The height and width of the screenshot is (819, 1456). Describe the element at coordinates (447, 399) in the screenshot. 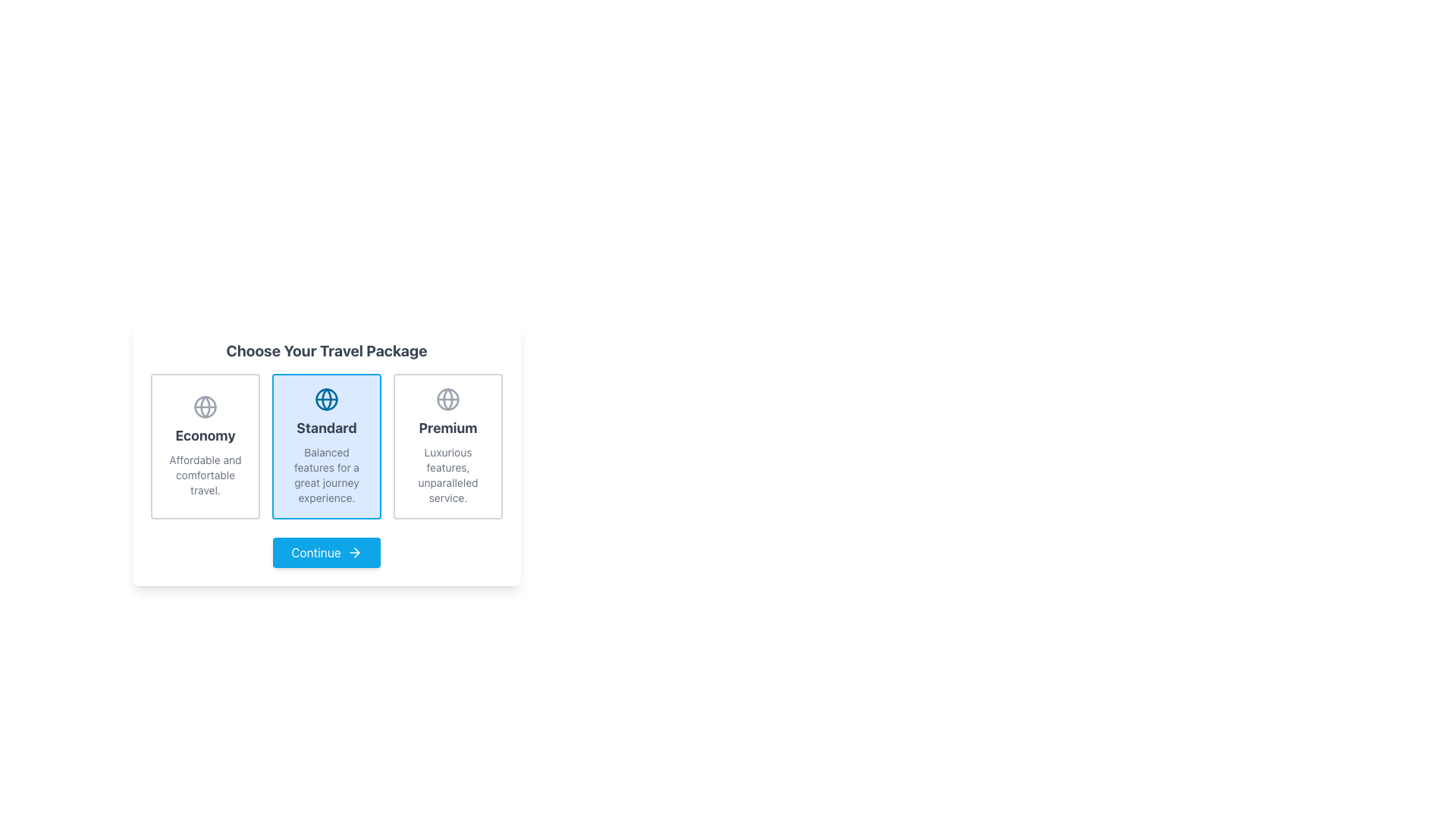

I see `the globe icon representing the 'Premium' option, which is located in the rightmost column of the three horizontally displayed cards, above the 'Premium' label` at that location.